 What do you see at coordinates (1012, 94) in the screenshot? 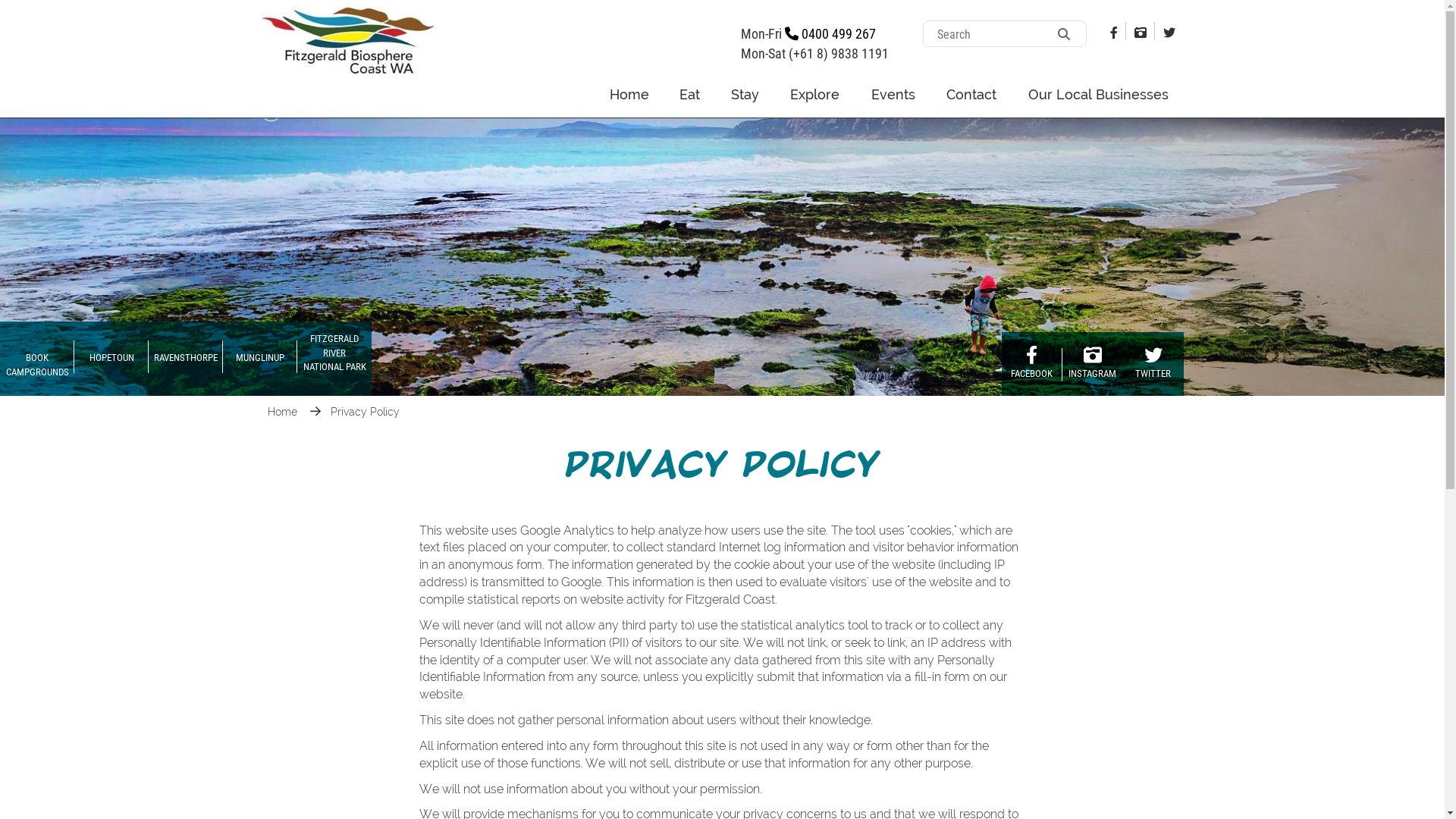
I see `'Our Local Businesses'` at bounding box center [1012, 94].